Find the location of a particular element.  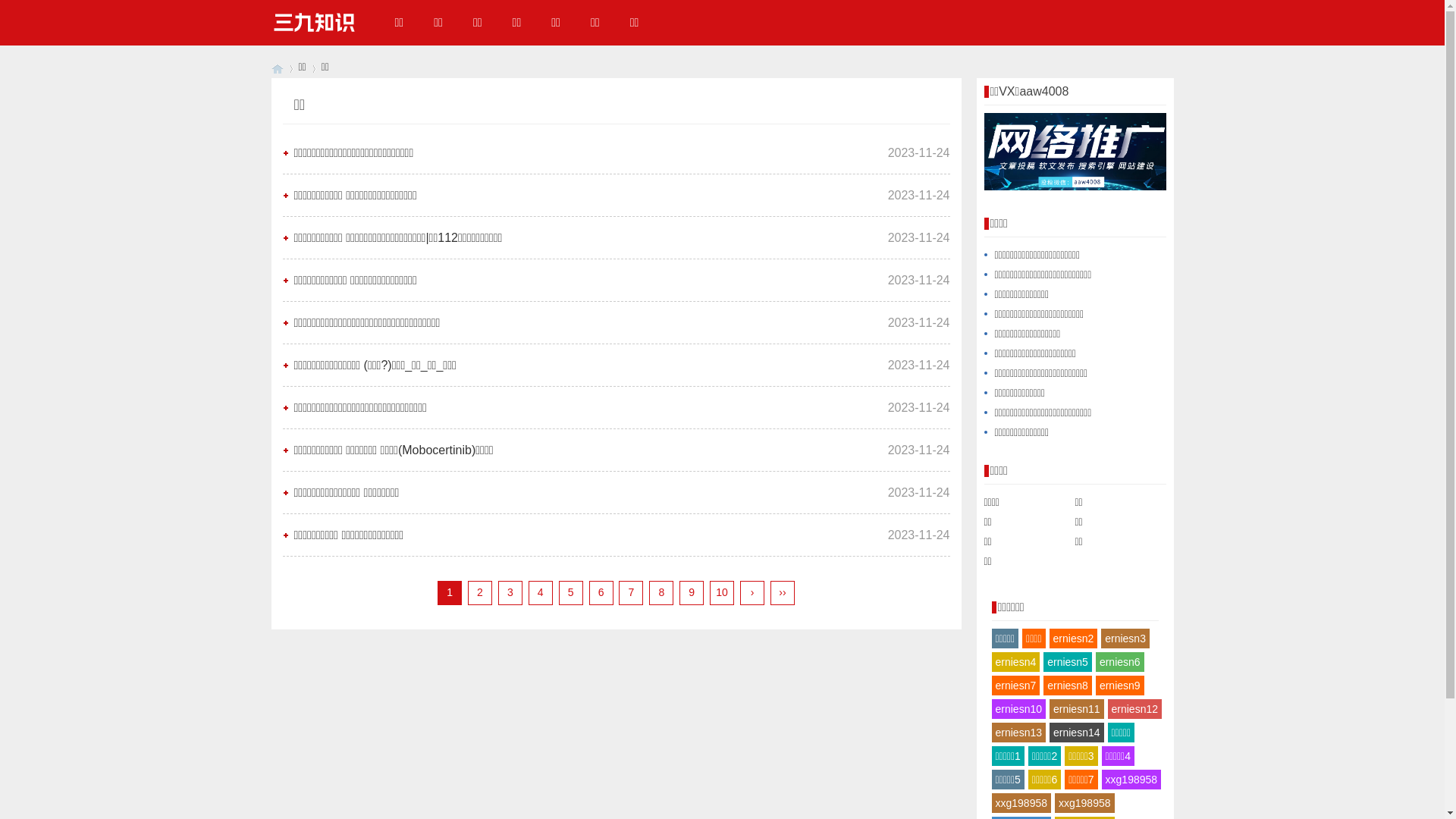

'erniesn11' is located at coordinates (1076, 708).